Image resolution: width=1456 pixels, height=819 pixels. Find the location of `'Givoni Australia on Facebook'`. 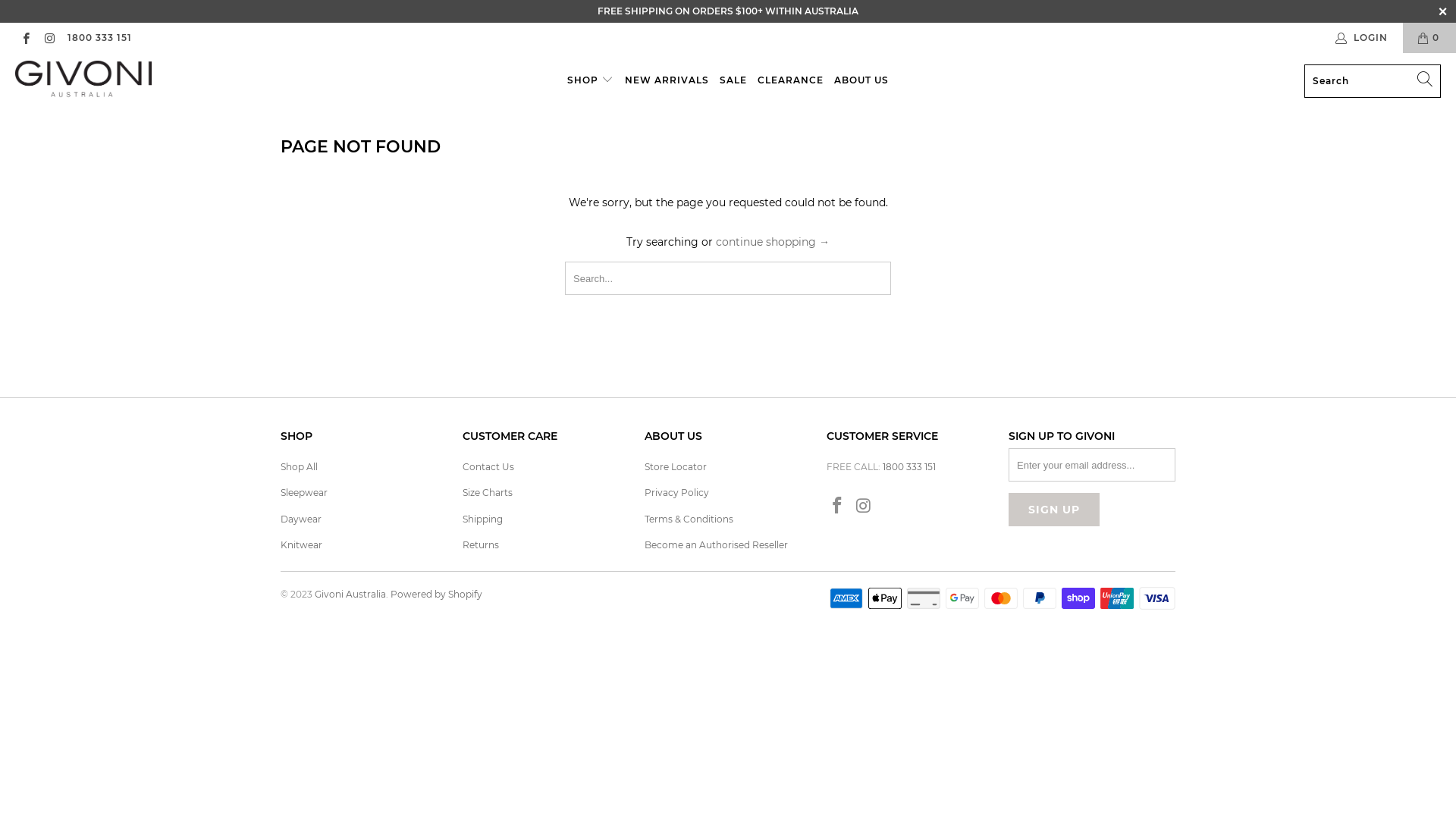

'Givoni Australia on Facebook' is located at coordinates (836, 506).